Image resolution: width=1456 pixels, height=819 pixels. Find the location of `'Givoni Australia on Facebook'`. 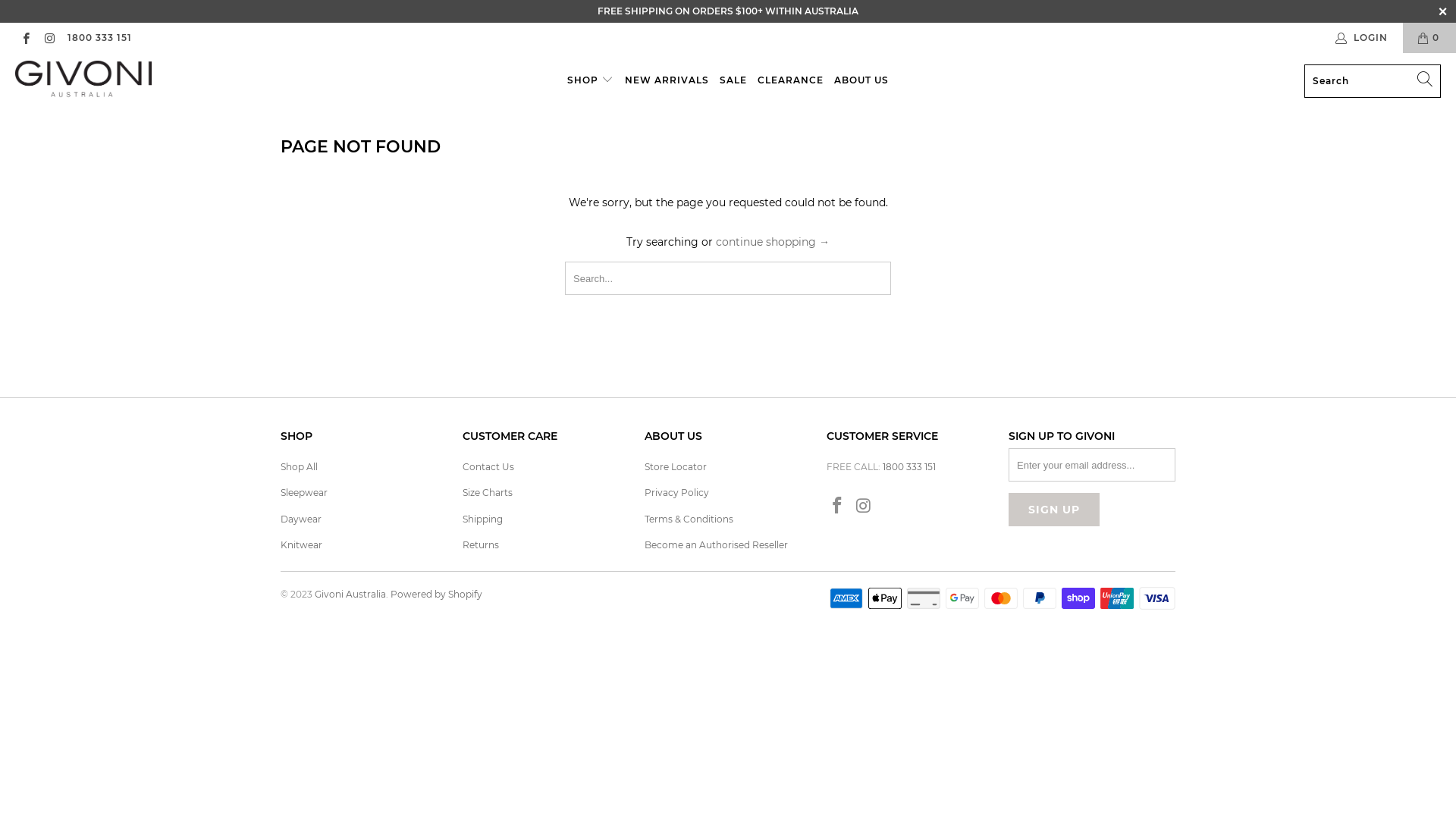

'Givoni Australia on Facebook' is located at coordinates (836, 506).